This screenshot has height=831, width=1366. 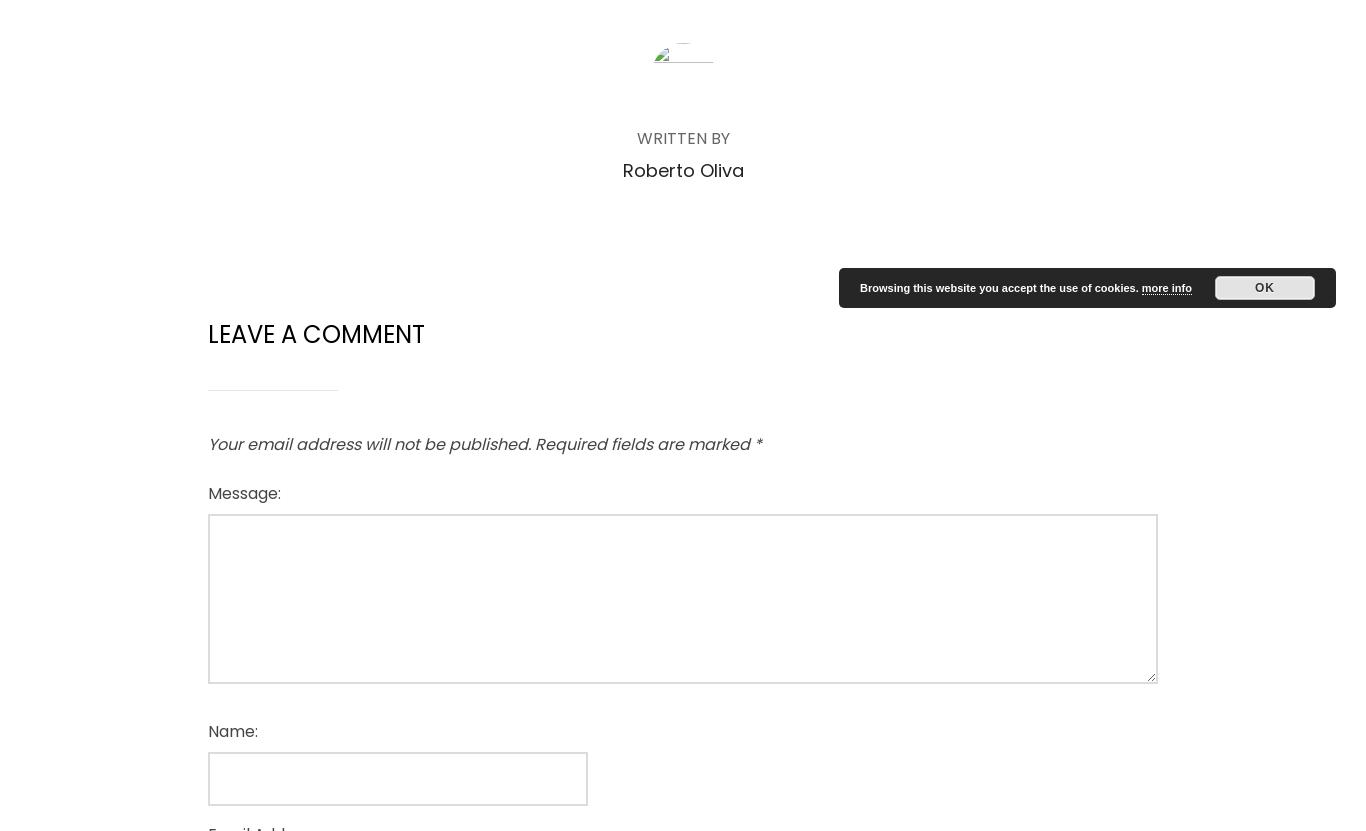 What do you see at coordinates (368, 443) in the screenshot?
I see `'Your email address will not be published.'` at bounding box center [368, 443].